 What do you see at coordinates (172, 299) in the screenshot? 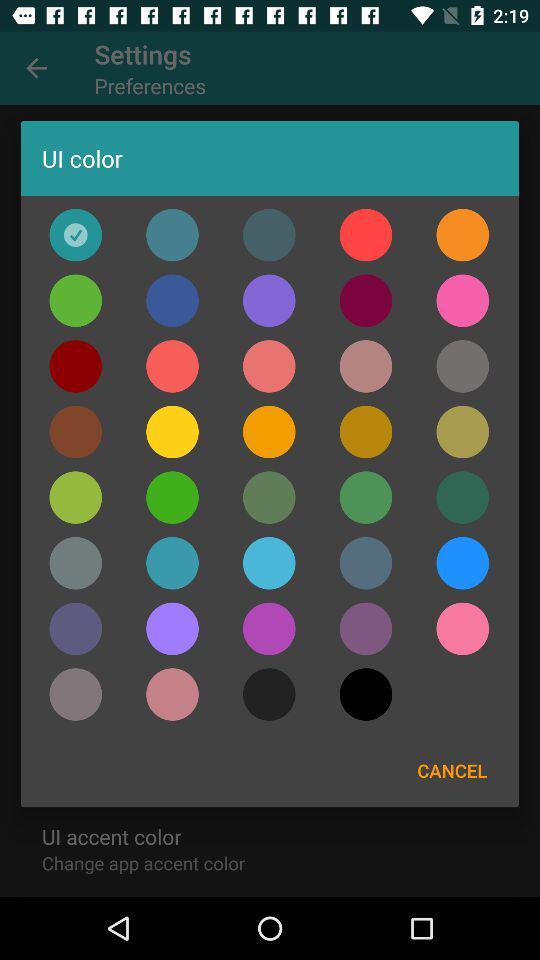
I see `selec one colour` at bounding box center [172, 299].